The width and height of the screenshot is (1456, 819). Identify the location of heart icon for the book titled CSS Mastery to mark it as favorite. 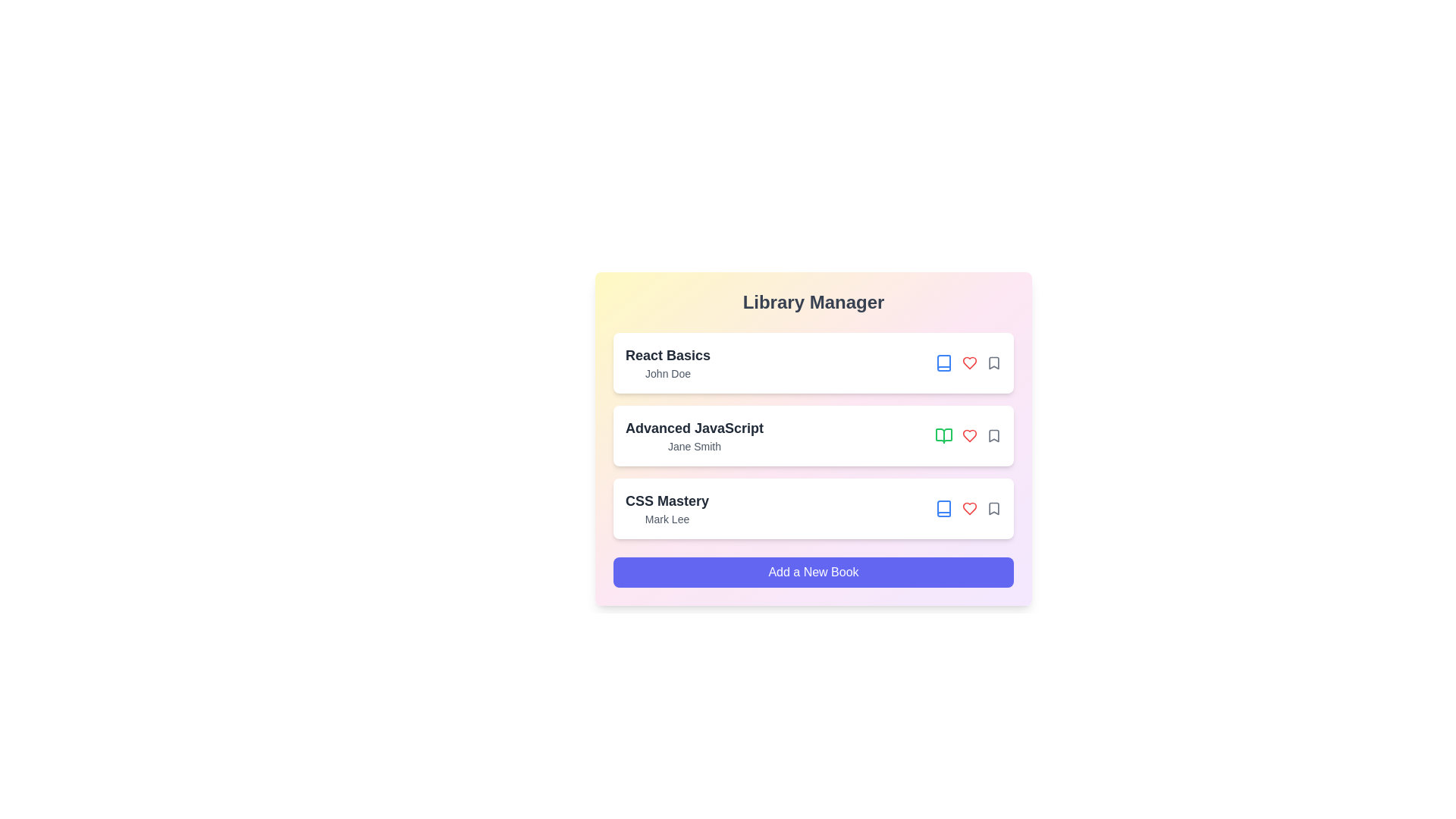
(968, 509).